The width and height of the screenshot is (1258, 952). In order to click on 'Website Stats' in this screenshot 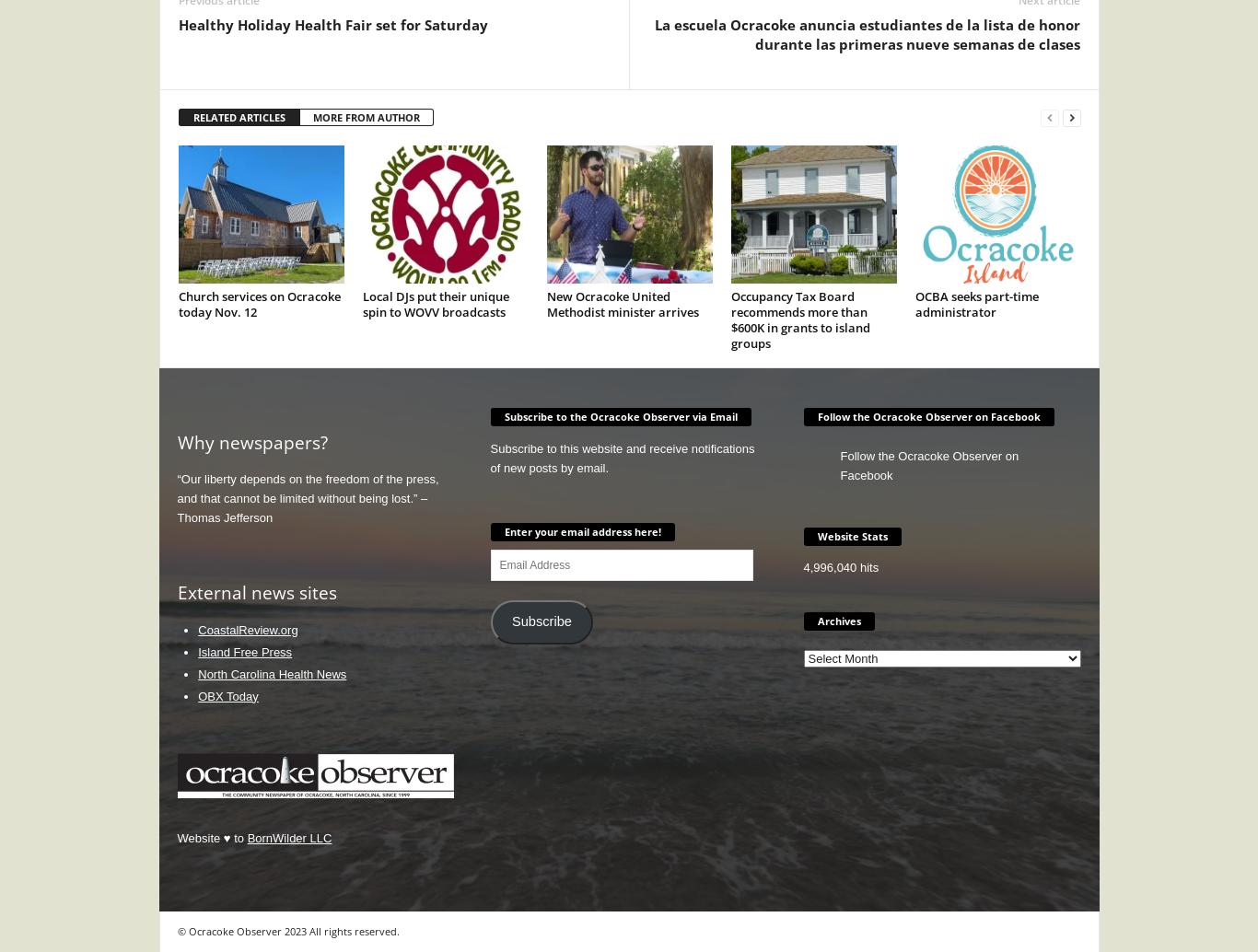, I will do `click(852, 535)`.